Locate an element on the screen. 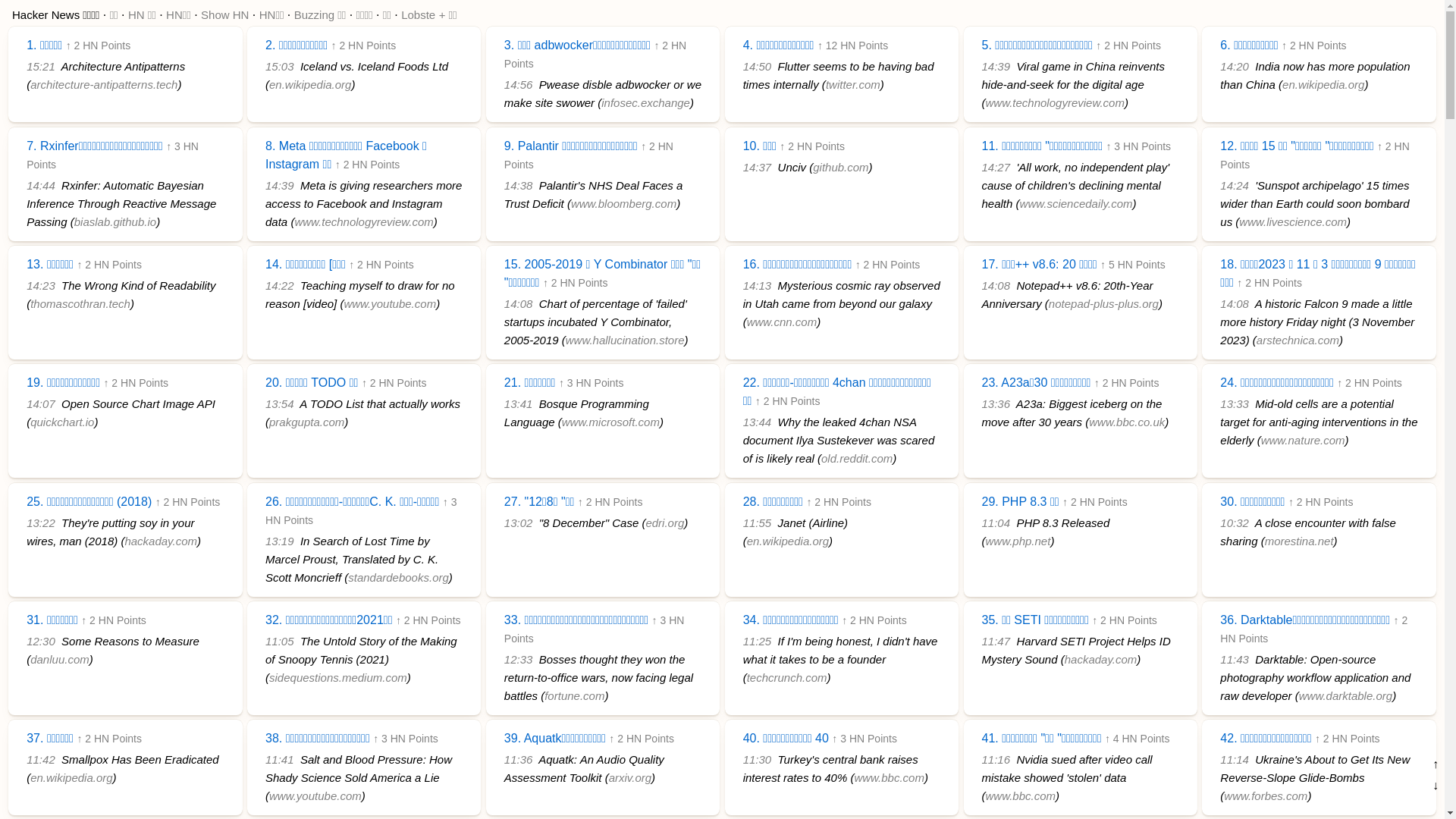  'thomascothran.tech' is located at coordinates (79, 303).